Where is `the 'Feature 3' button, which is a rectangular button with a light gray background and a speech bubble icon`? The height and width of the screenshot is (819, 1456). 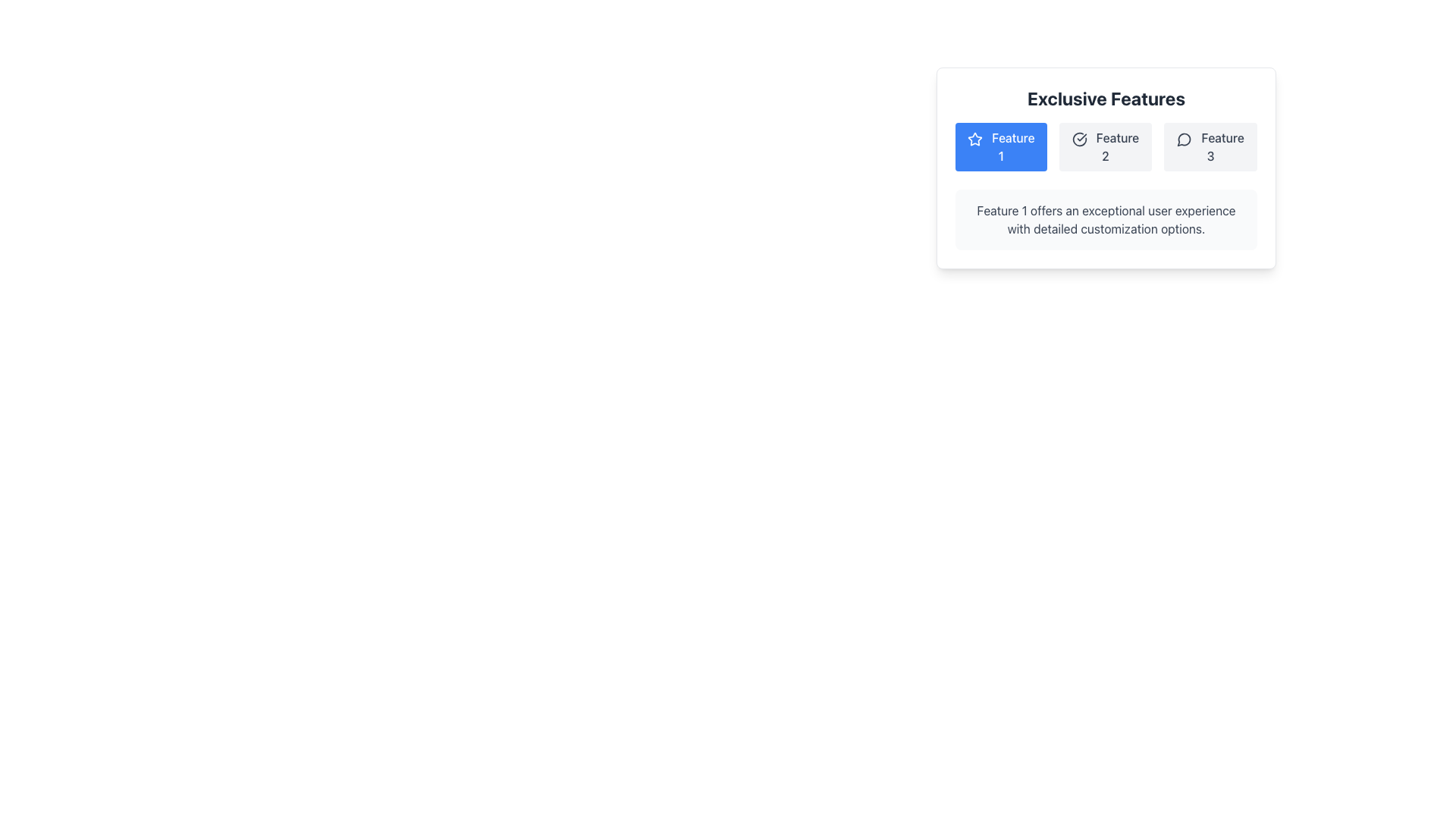 the 'Feature 3' button, which is a rectangular button with a light gray background and a speech bubble icon is located at coordinates (1210, 146).